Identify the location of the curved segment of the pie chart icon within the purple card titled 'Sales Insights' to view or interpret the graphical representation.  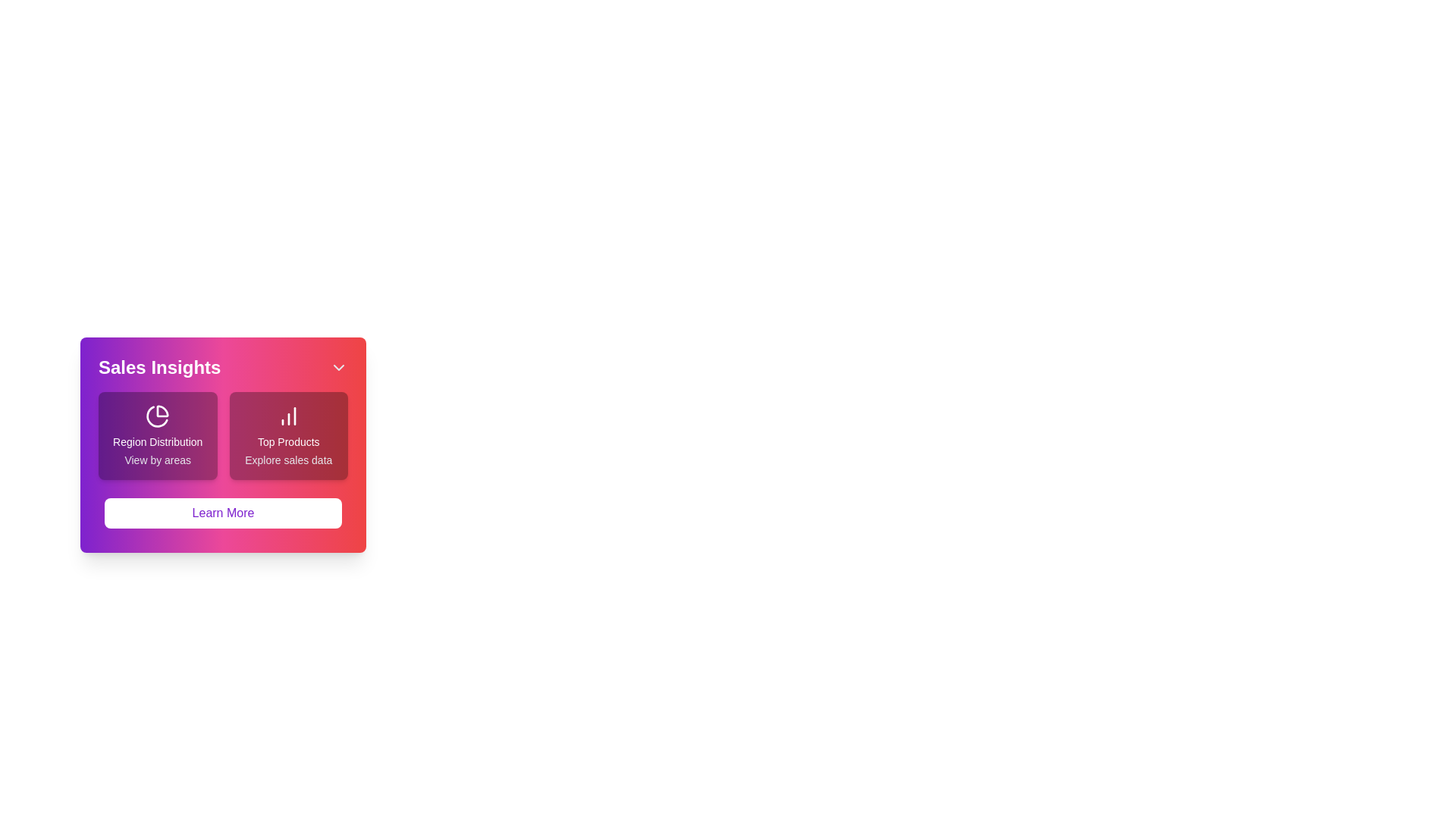
(162, 411).